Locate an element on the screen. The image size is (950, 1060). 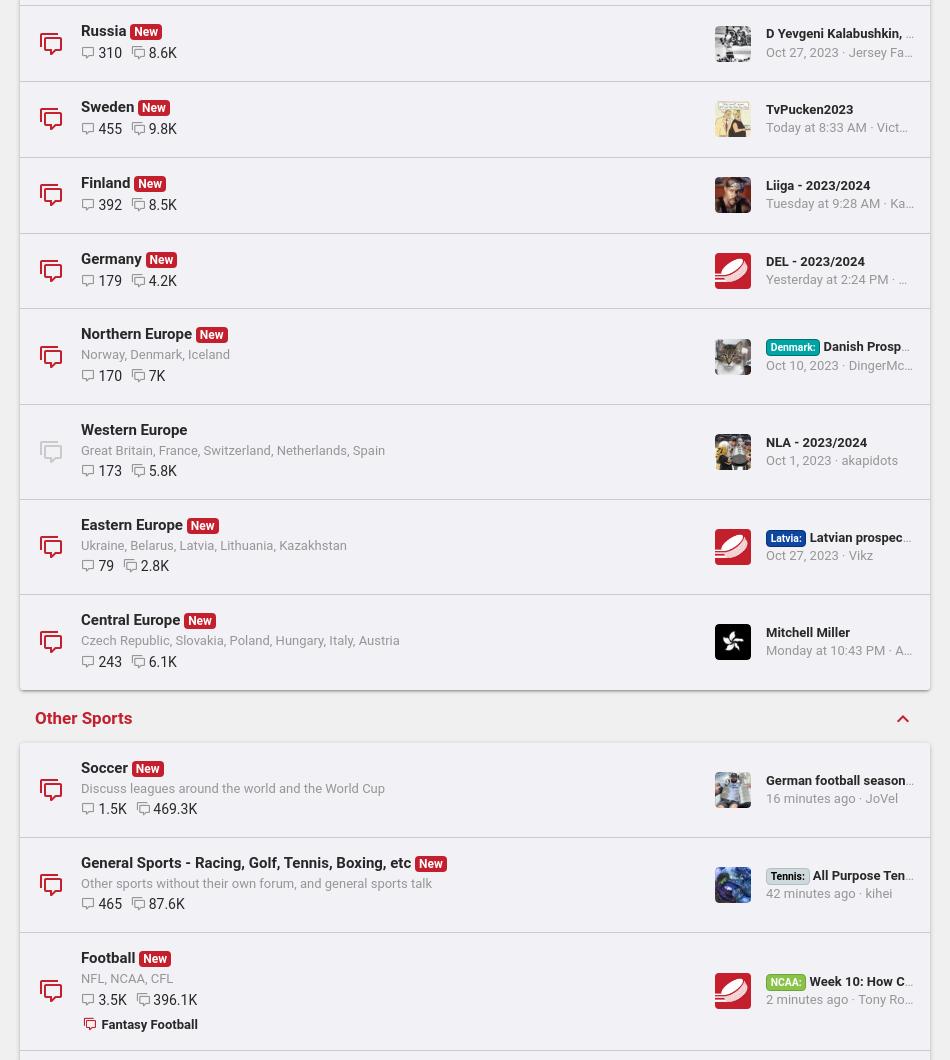
'761' is located at coordinates (110, 146).